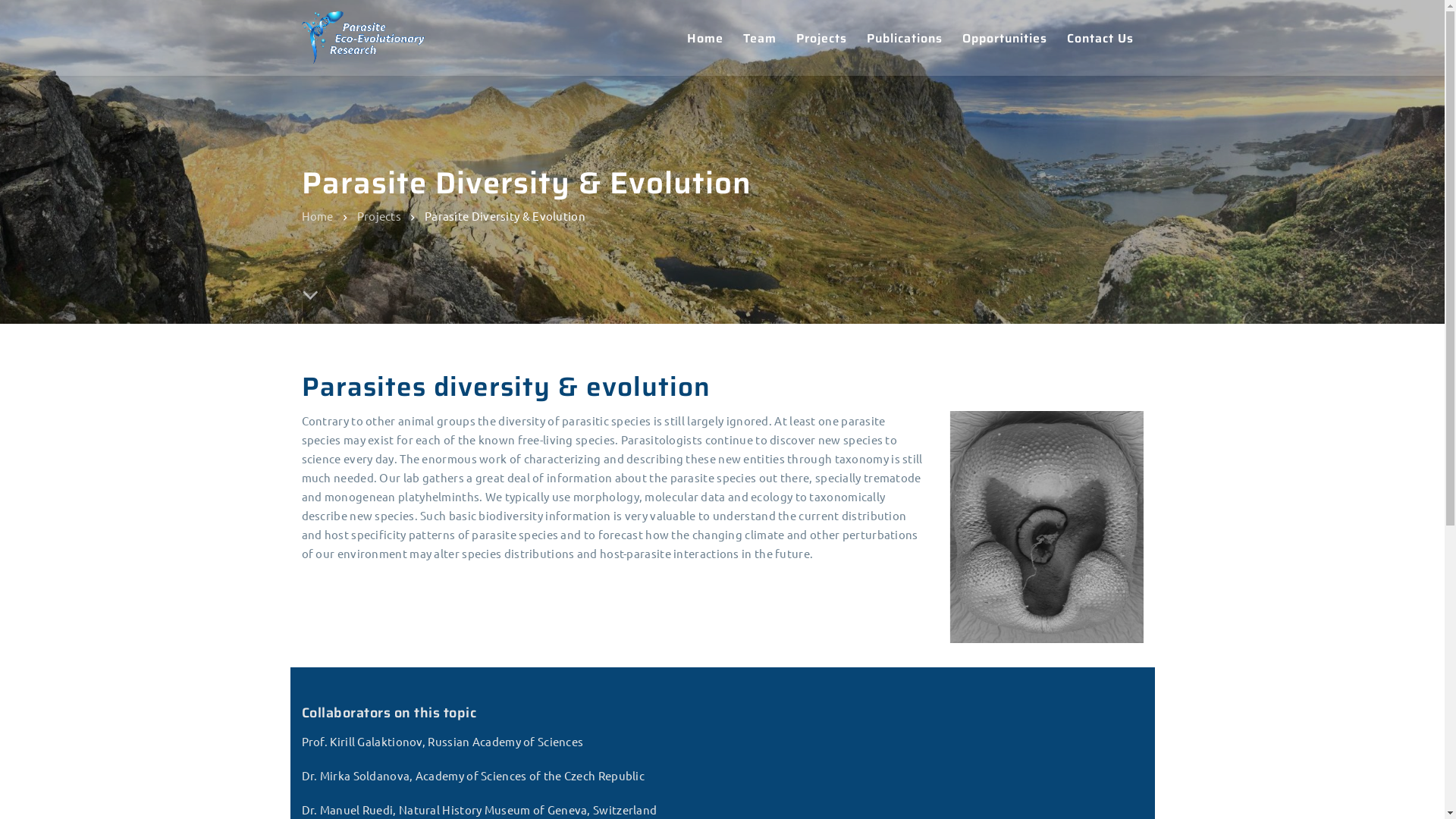  Describe the element at coordinates (632, 680) in the screenshot. I see `'Contact Us'` at that location.